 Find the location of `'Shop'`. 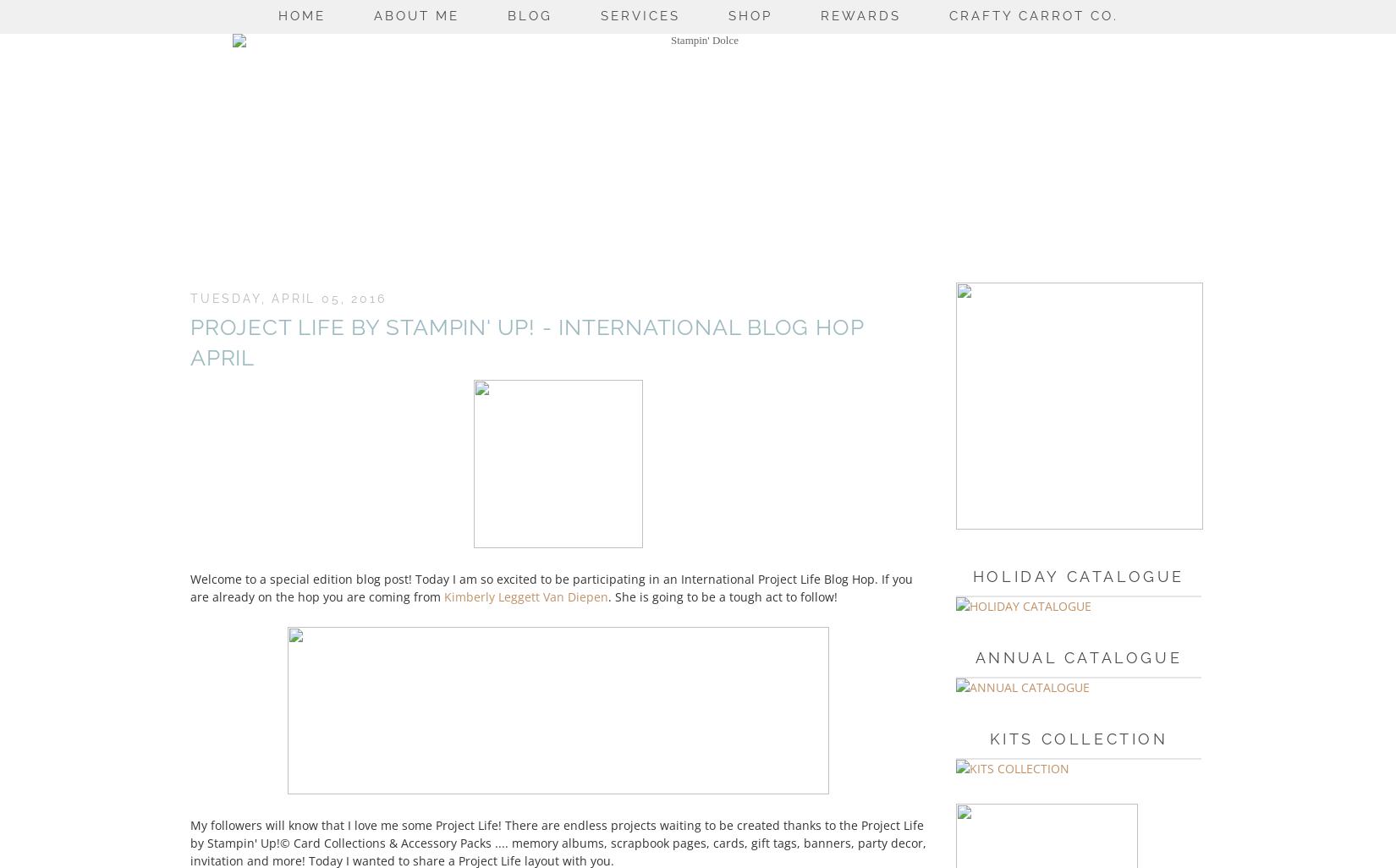

'Shop' is located at coordinates (750, 15).